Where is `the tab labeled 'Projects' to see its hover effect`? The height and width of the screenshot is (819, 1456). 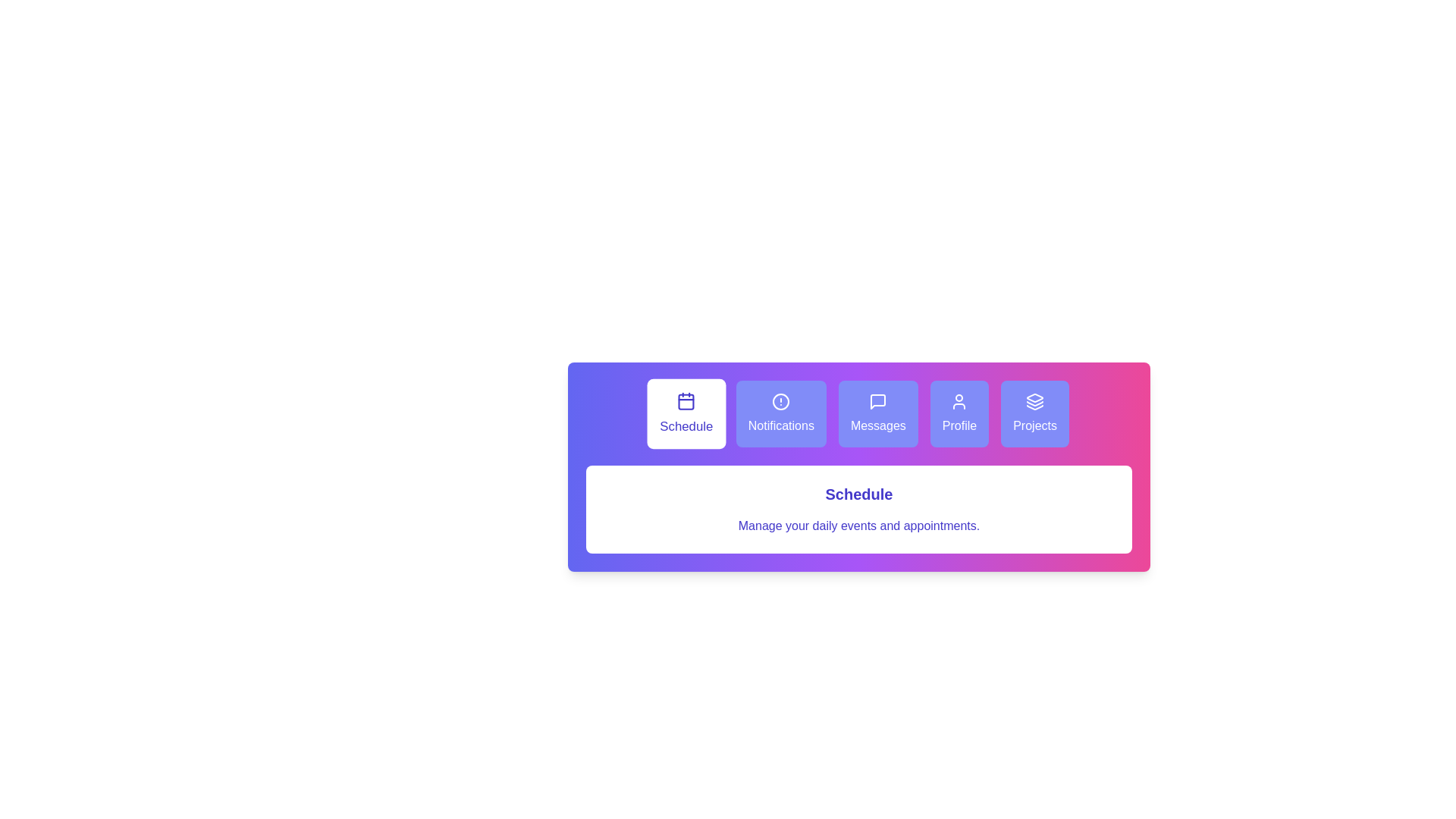 the tab labeled 'Projects' to see its hover effect is located at coordinates (1034, 414).